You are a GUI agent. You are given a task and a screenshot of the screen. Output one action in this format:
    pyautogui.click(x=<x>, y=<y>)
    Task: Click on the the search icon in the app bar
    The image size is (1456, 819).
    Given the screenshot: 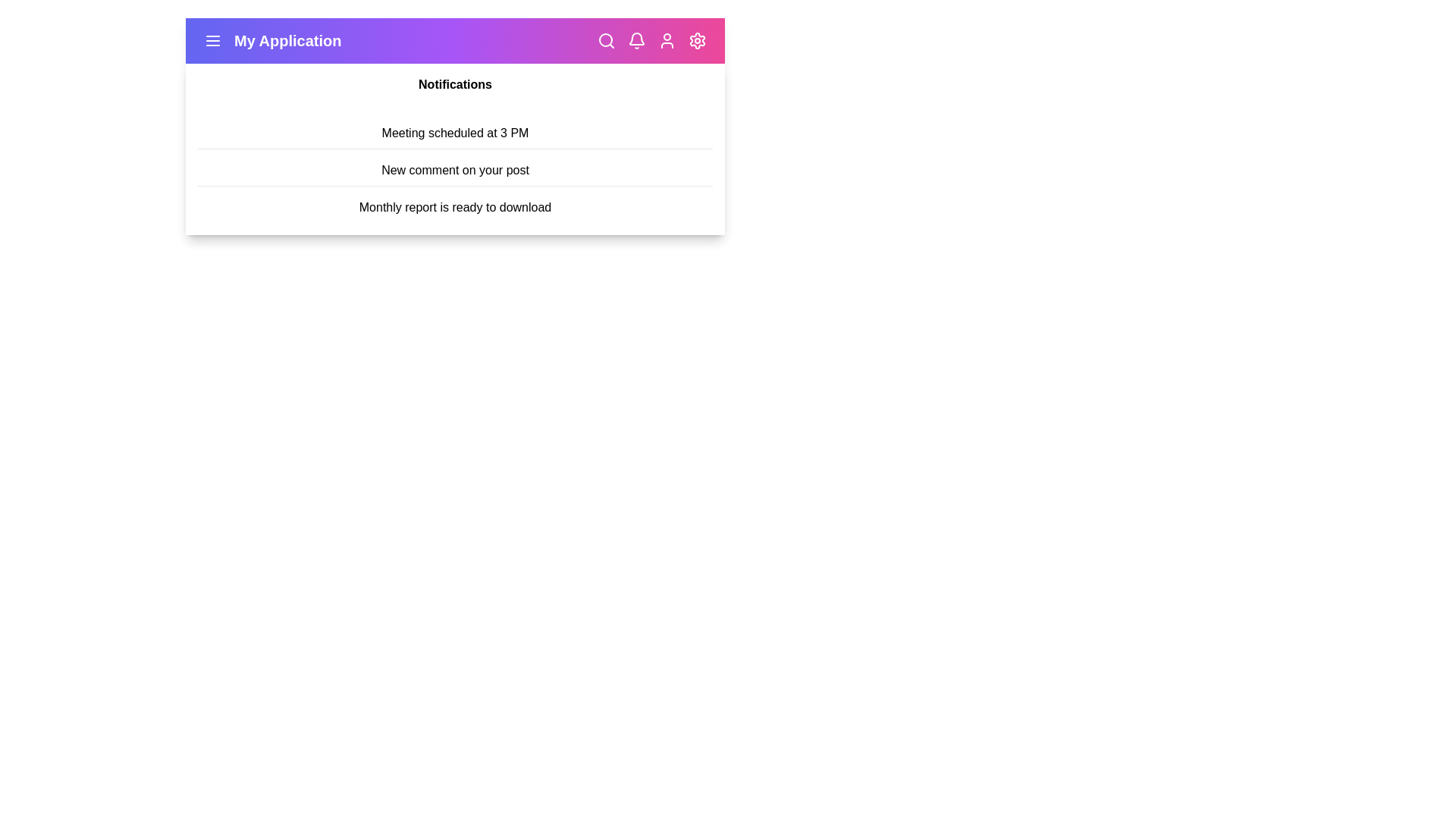 What is the action you would take?
    pyautogui.click(x=607, y=40)
    